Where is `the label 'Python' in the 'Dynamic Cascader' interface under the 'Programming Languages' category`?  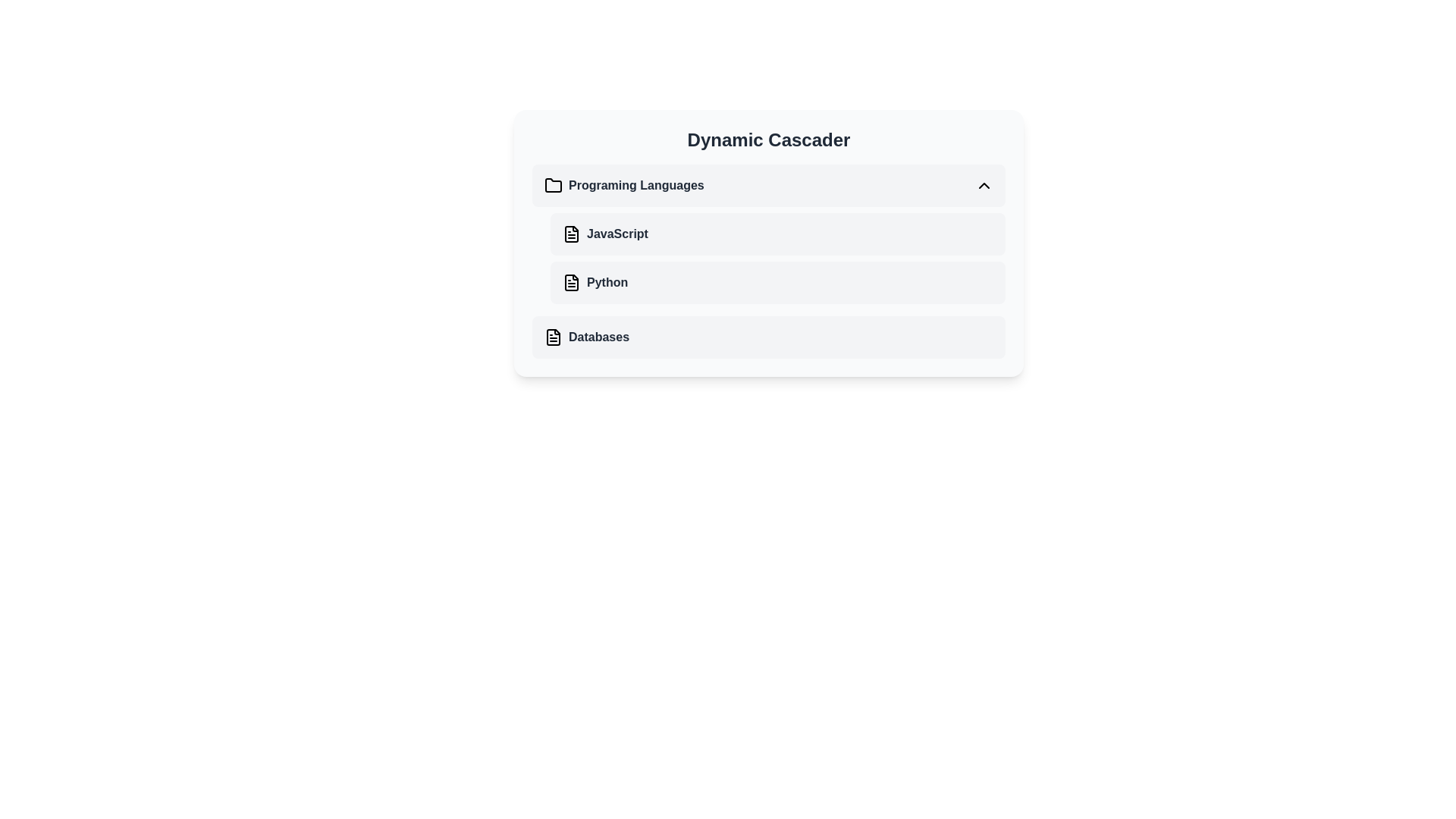 the label 'Python' in the 'Dynamic Cascader' interface under the 'Programming Languages' category is located at coordinates (607, 283).